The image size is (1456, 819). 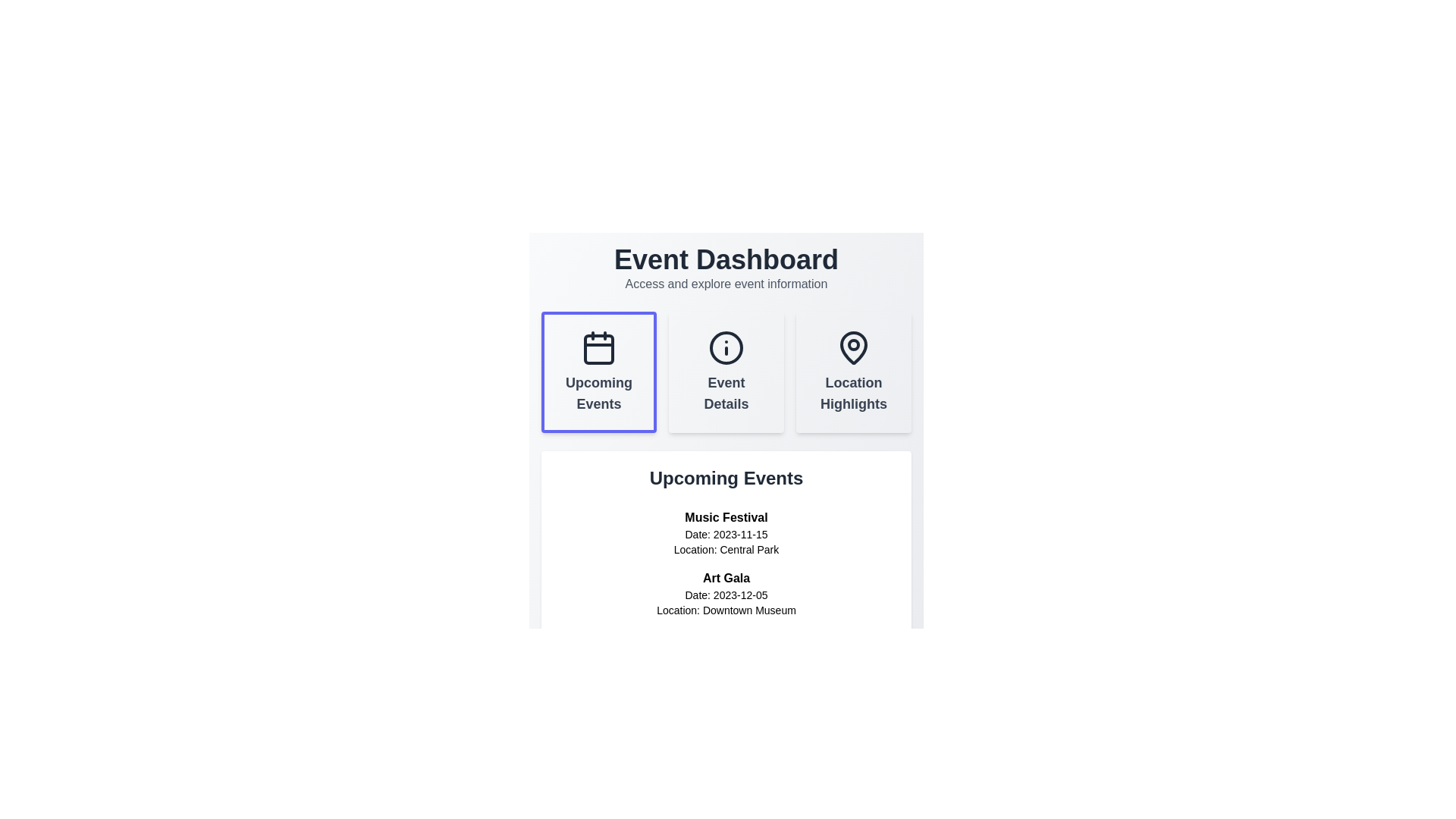 I want to click on the text label reading 'Event Details', which is styled with a bold font and gray coloration, located centrally below an info icon, so click(x=726, y=393).